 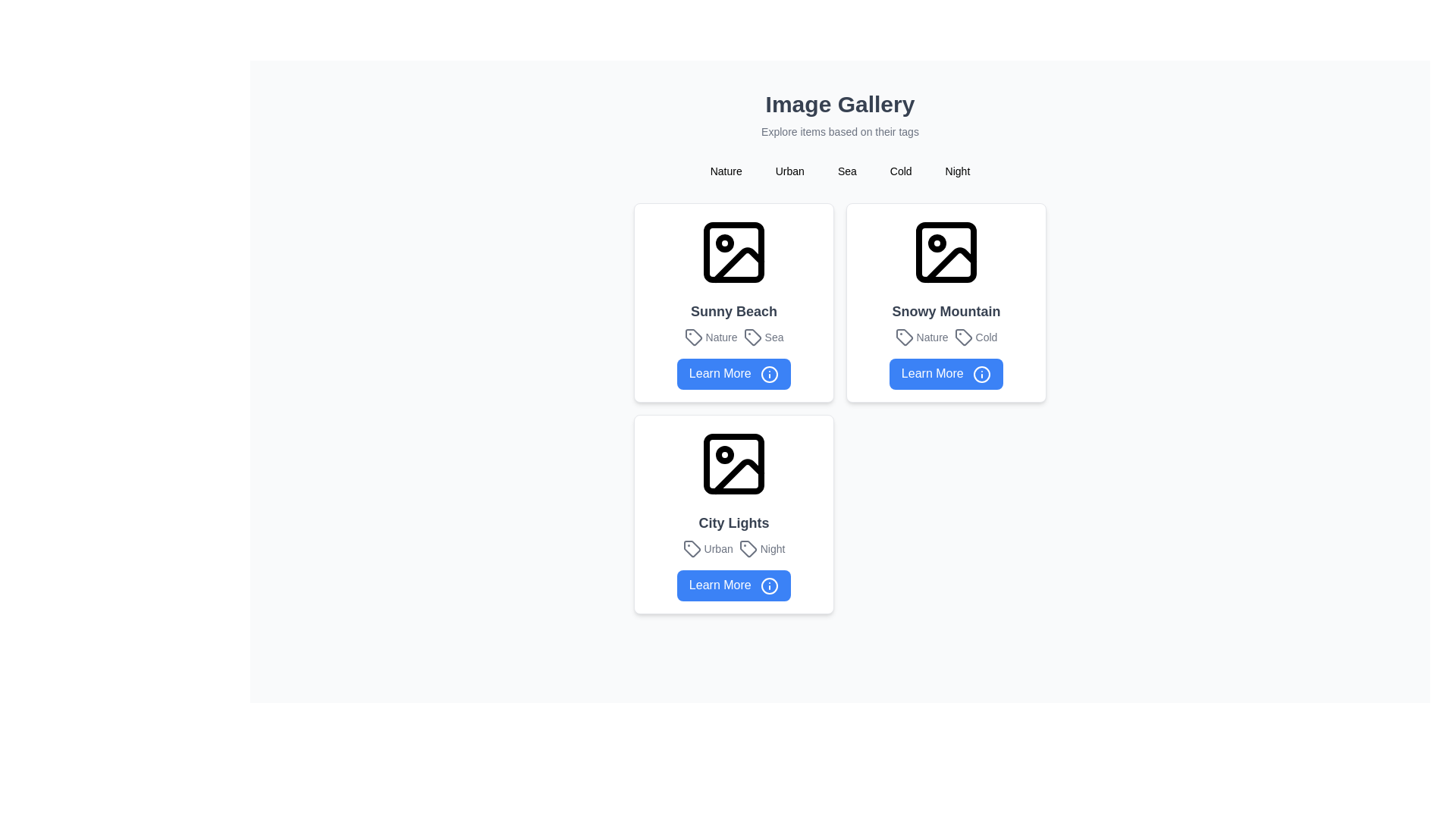 I want to click on the 'Sea' button, which is the third button in a row of category selectors for filtering the gallery items based on the 'Sea' tag, so click(x=846, y=171).